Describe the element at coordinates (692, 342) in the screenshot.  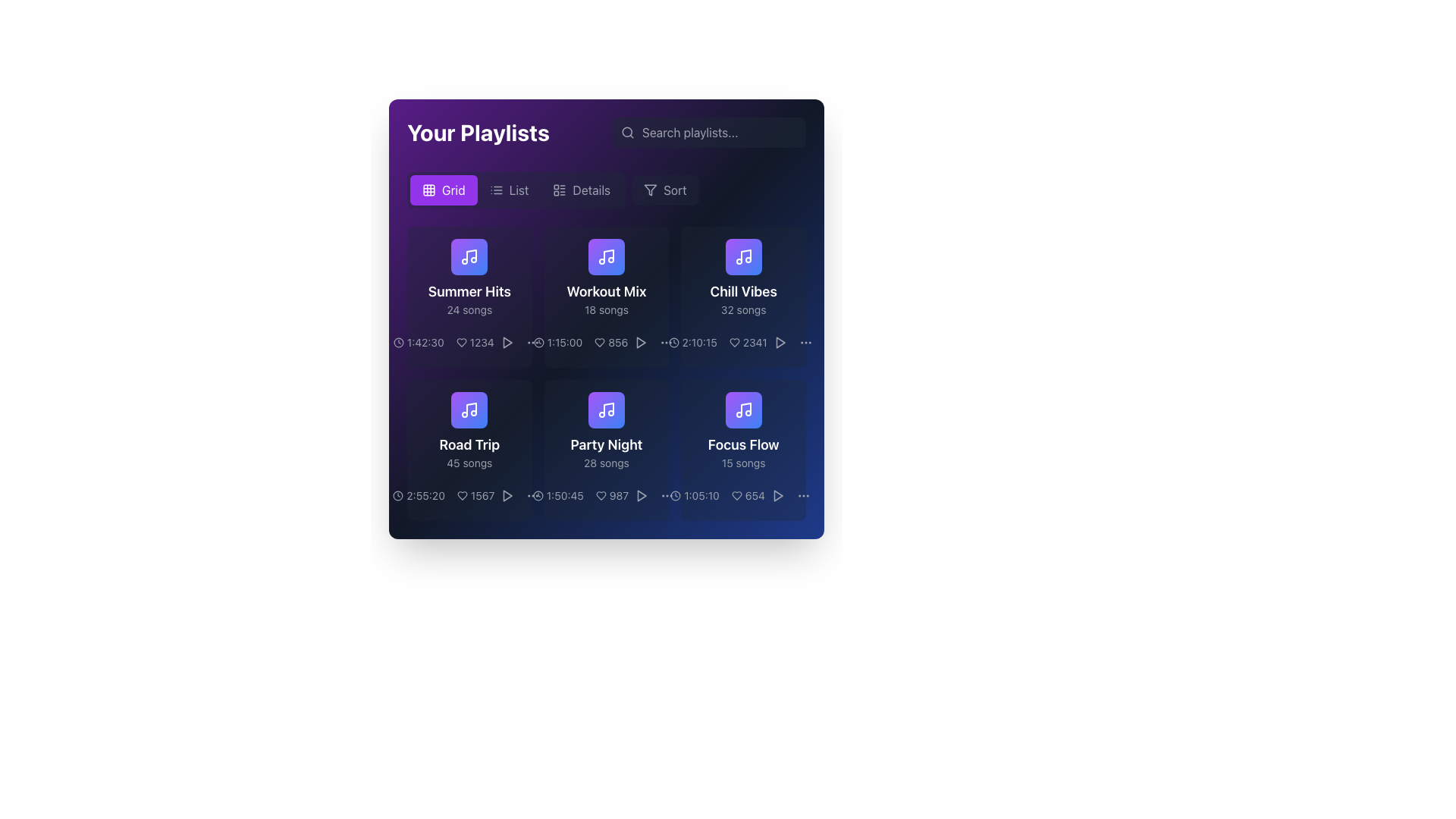
I see `text of the Duration indicator displaying the timestamp '2:10:15' with a clock icon, located in the upper-right portion of the metadata for 'Chill Vibes'` at that location.